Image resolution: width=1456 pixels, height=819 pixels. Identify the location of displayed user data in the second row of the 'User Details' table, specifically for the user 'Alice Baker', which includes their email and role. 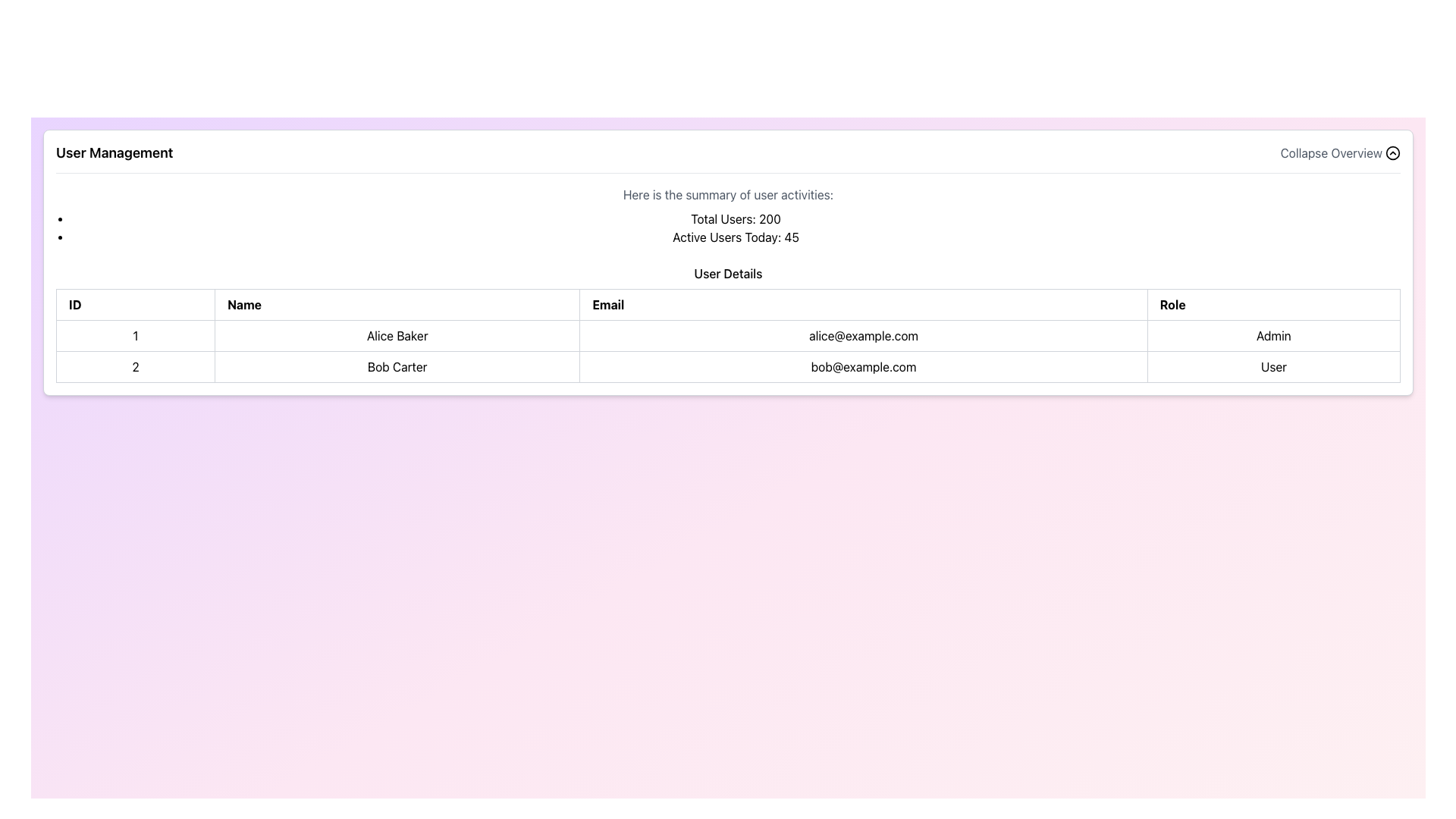
(728, 351).